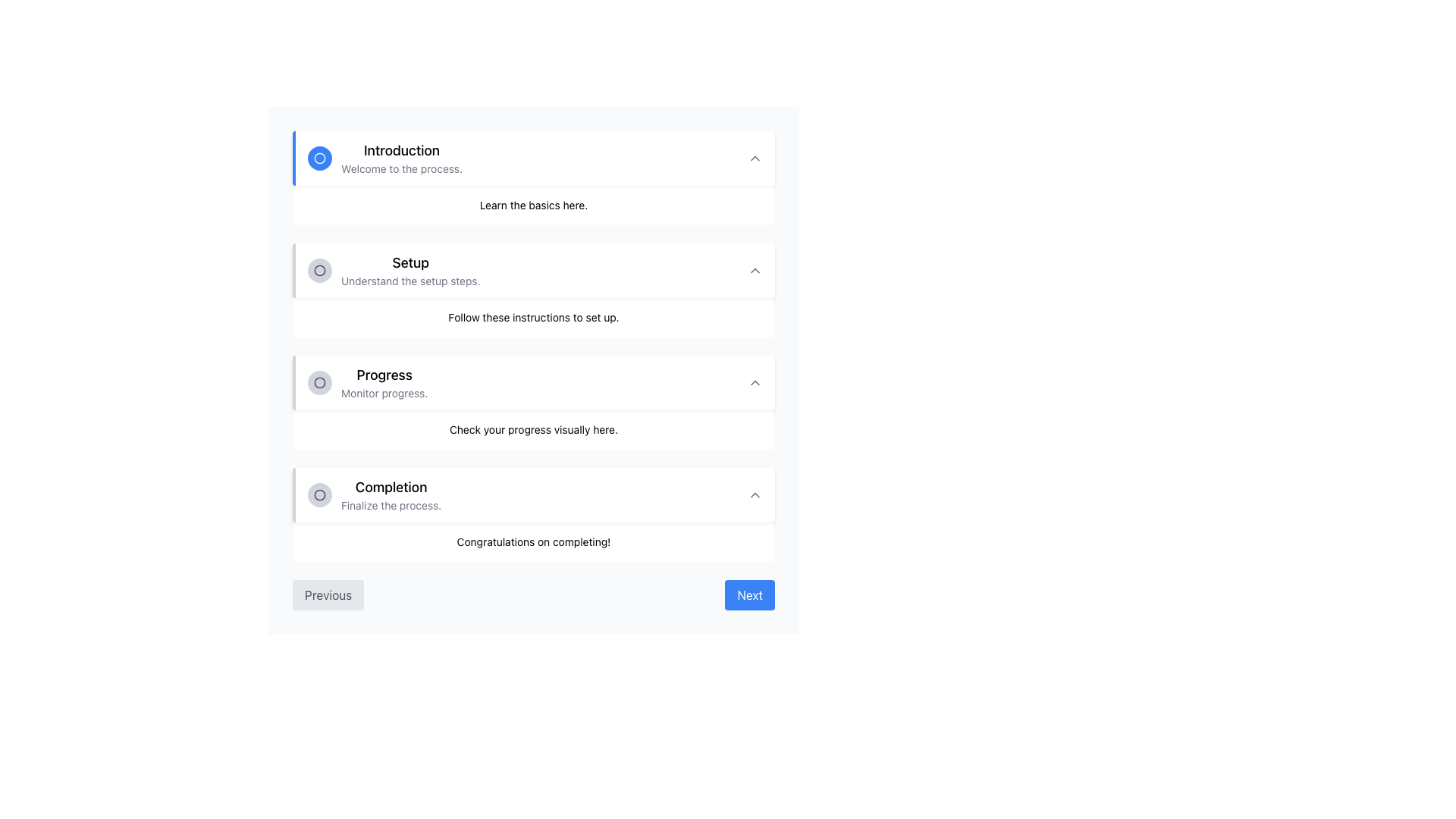 This screenshot has width=1456, height=819. I want to click on the circular icon with a blue background and white outline, located next to the 'Introduction' step at the top of the list, so click(319, 158).